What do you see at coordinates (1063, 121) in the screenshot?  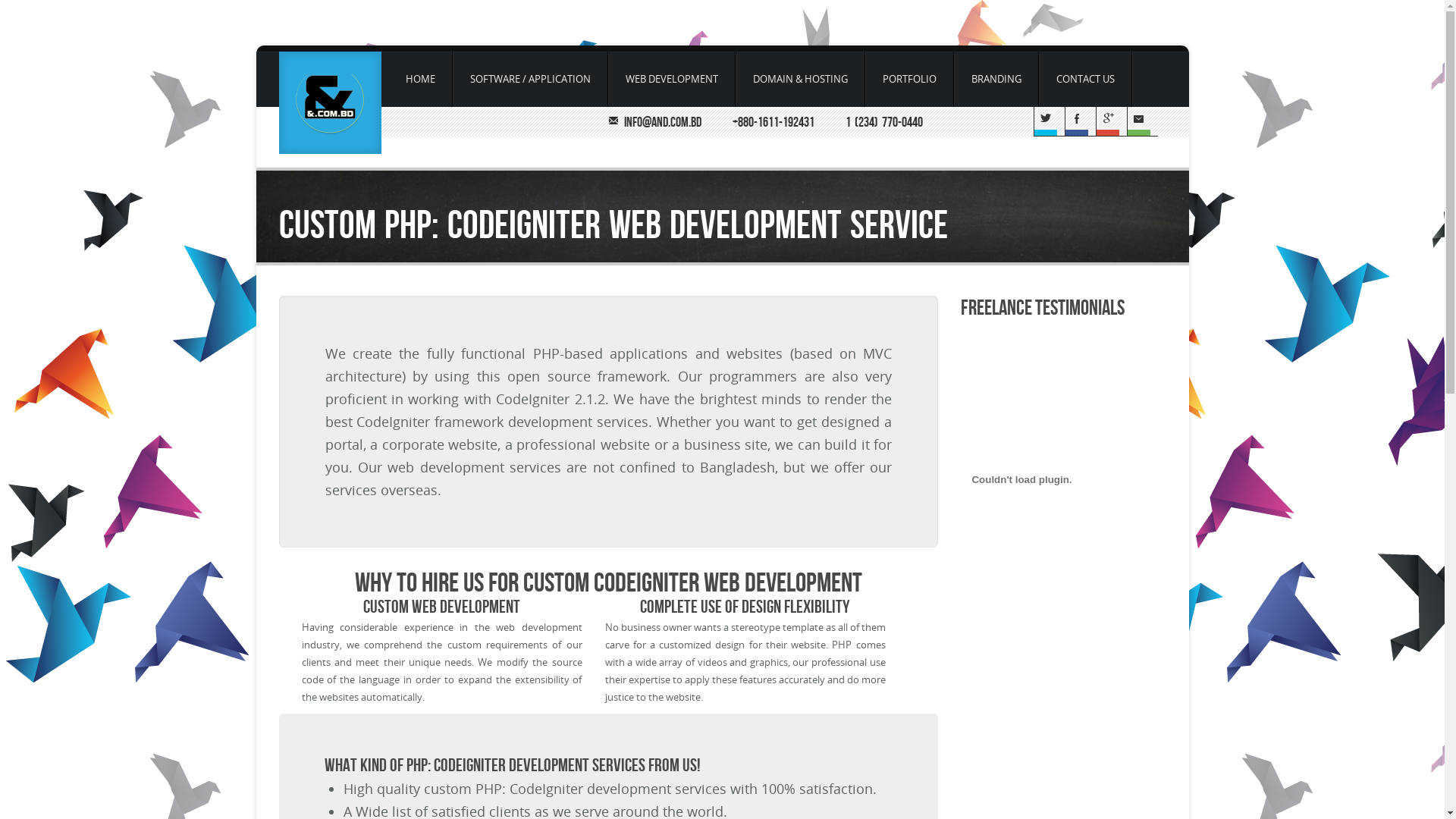 I see `'Facebook'` at bounding box center [1063, 121].